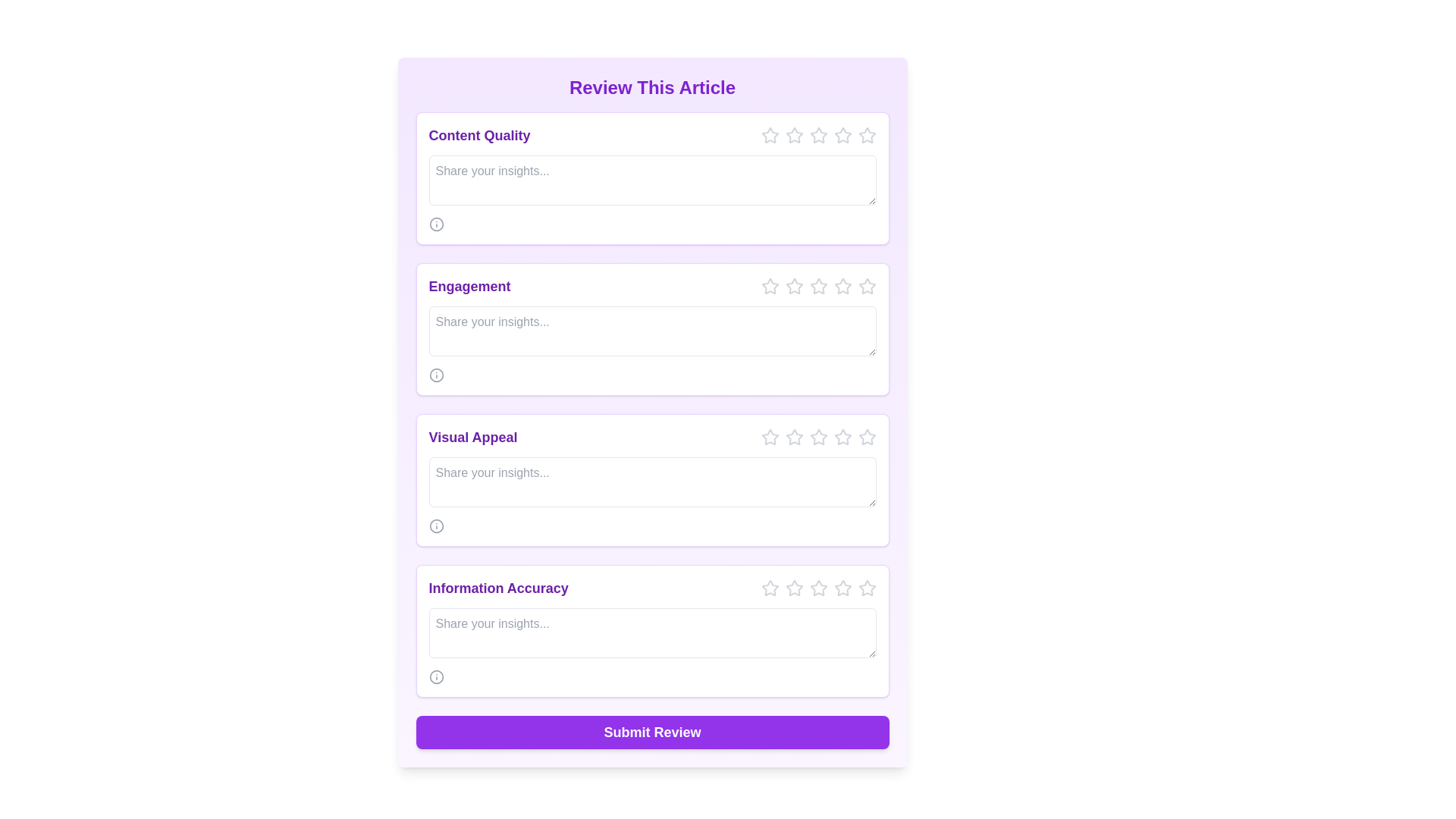 This screenshot has width=1456, height=819. Describe the element at coordinates (793, 287) in the screenshot. I see `the second star icon in the rating row for 'Engagement' to visually scale the icon` at that location.